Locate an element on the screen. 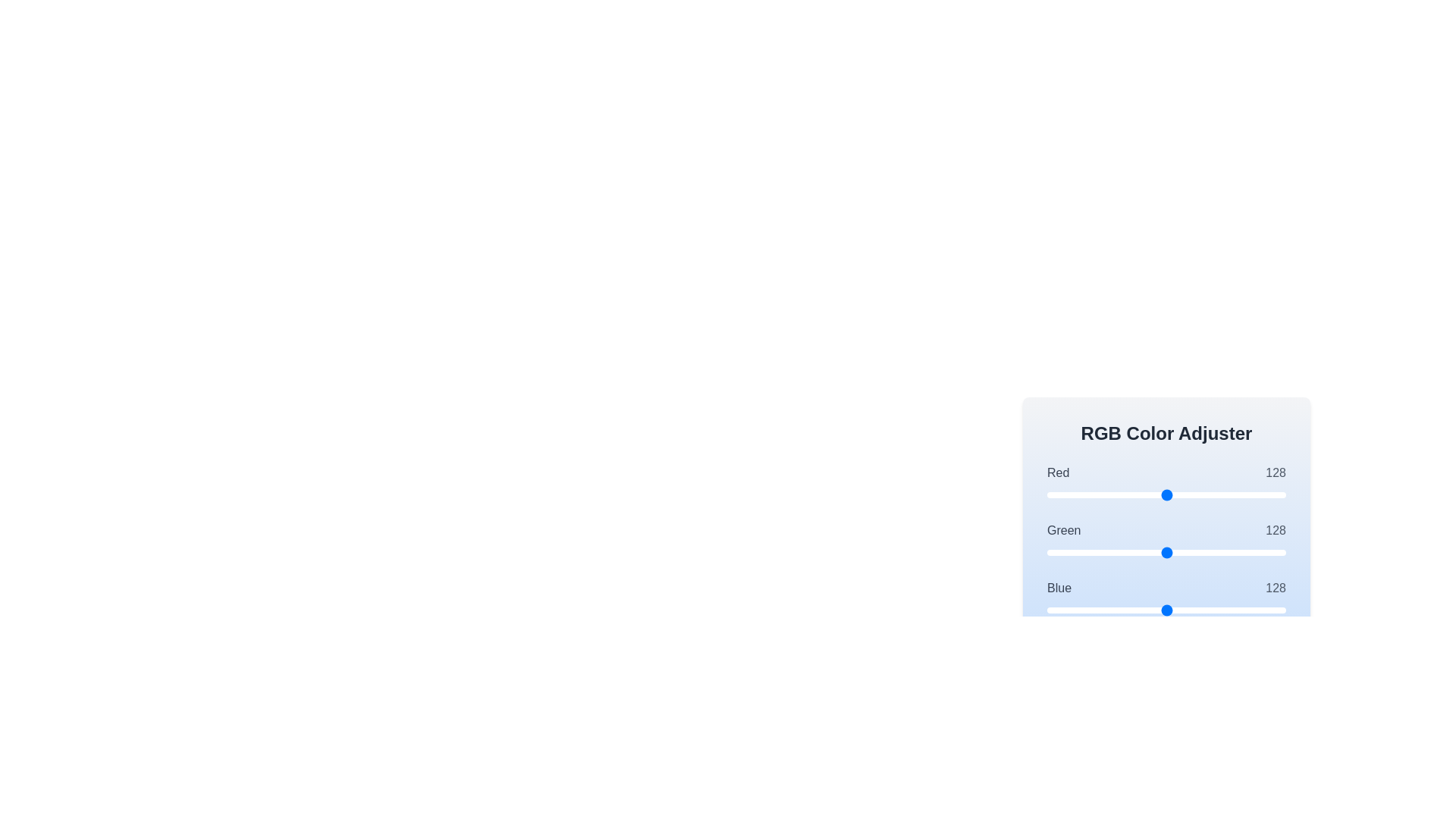 The width and height of the screenshot is (1456, 819). the 0 slider to set its value to 32 is located at coordinates (1076, 494).